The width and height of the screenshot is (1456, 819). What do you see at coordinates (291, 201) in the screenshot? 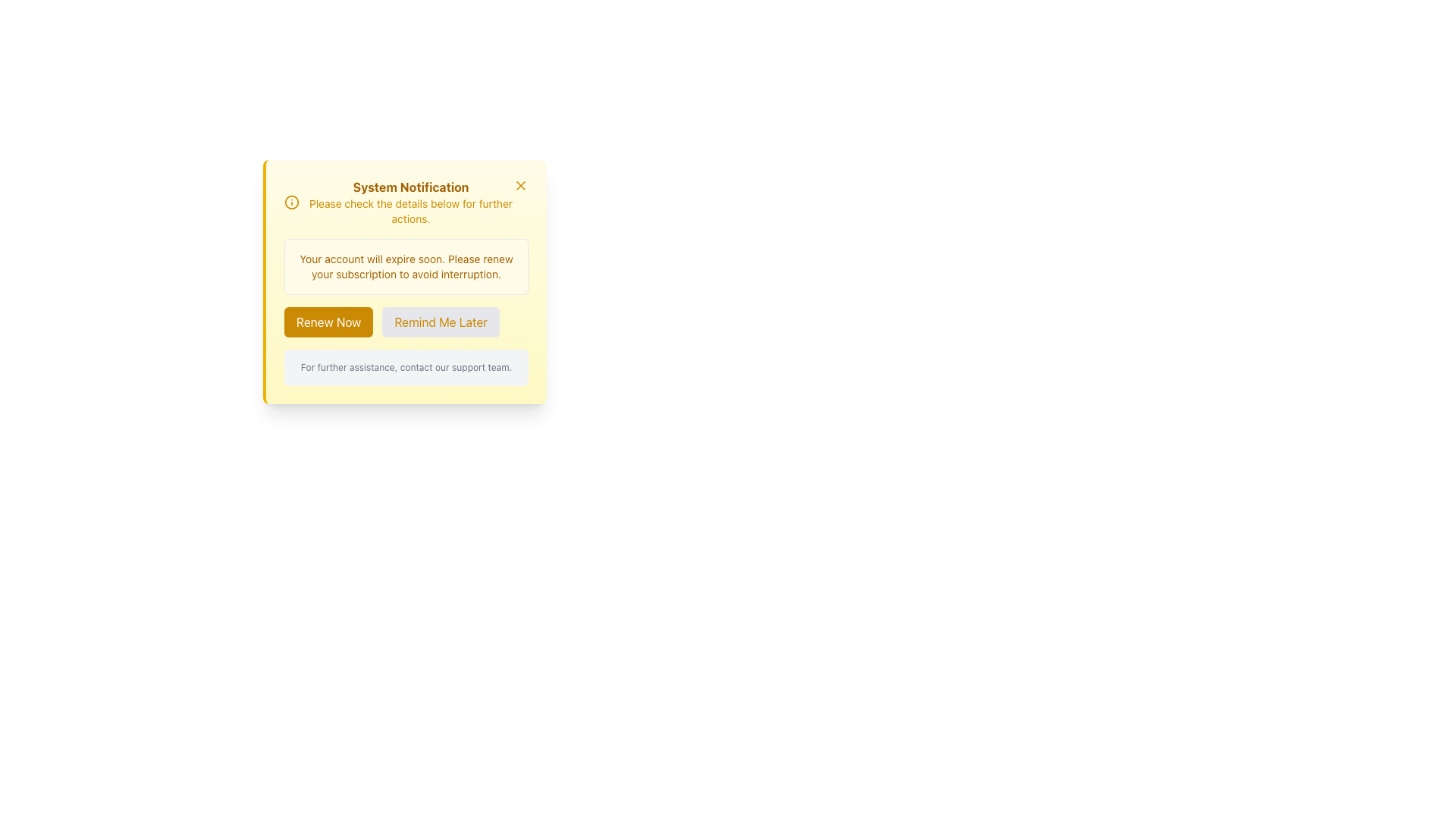
I see `the Icon located at the top-left region of the notification panel next to 'System Notification'` at bounding box center [291, 201].